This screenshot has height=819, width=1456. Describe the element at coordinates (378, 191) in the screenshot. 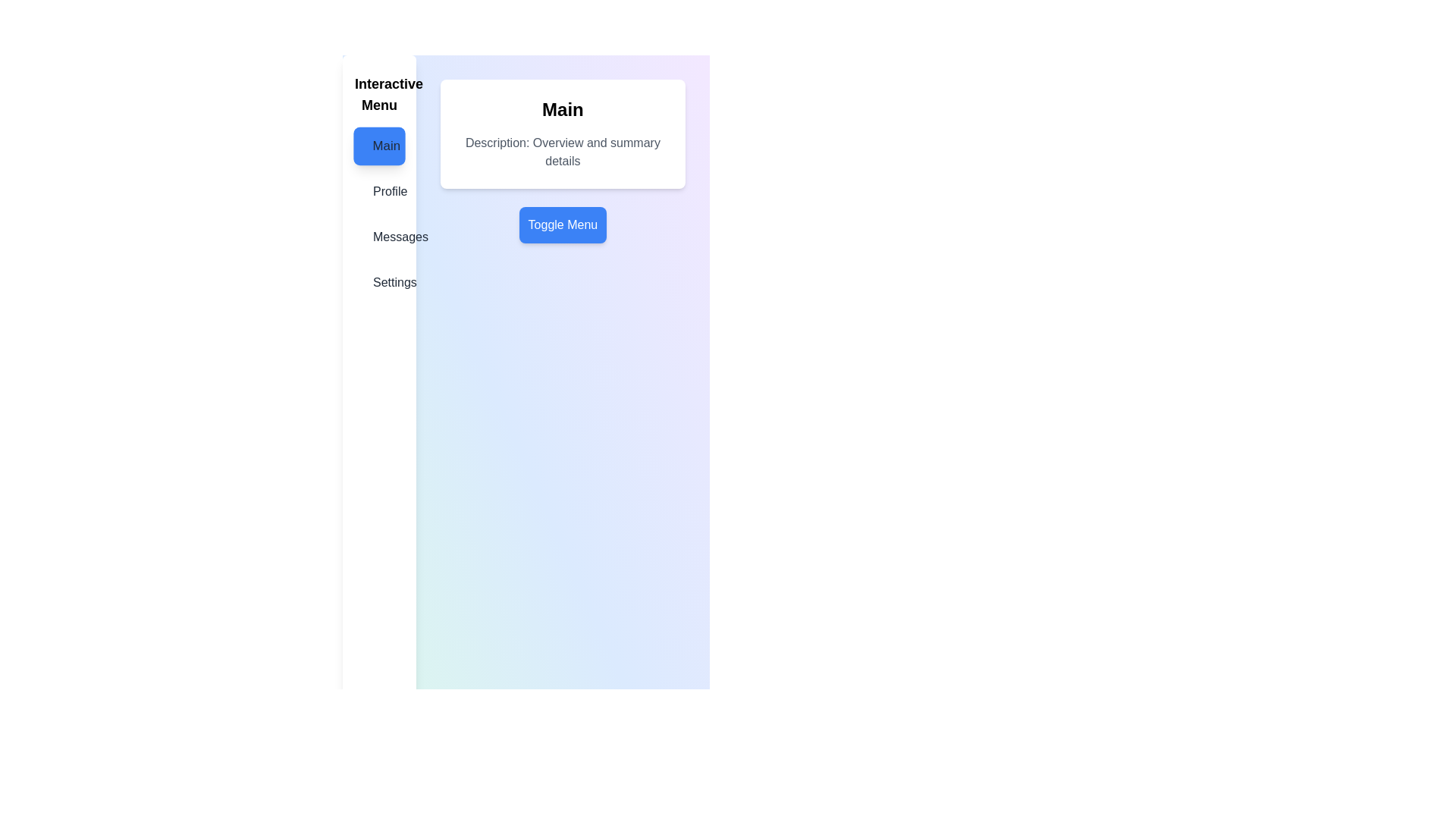

I see `the menu item Profile from the menu` at that location.